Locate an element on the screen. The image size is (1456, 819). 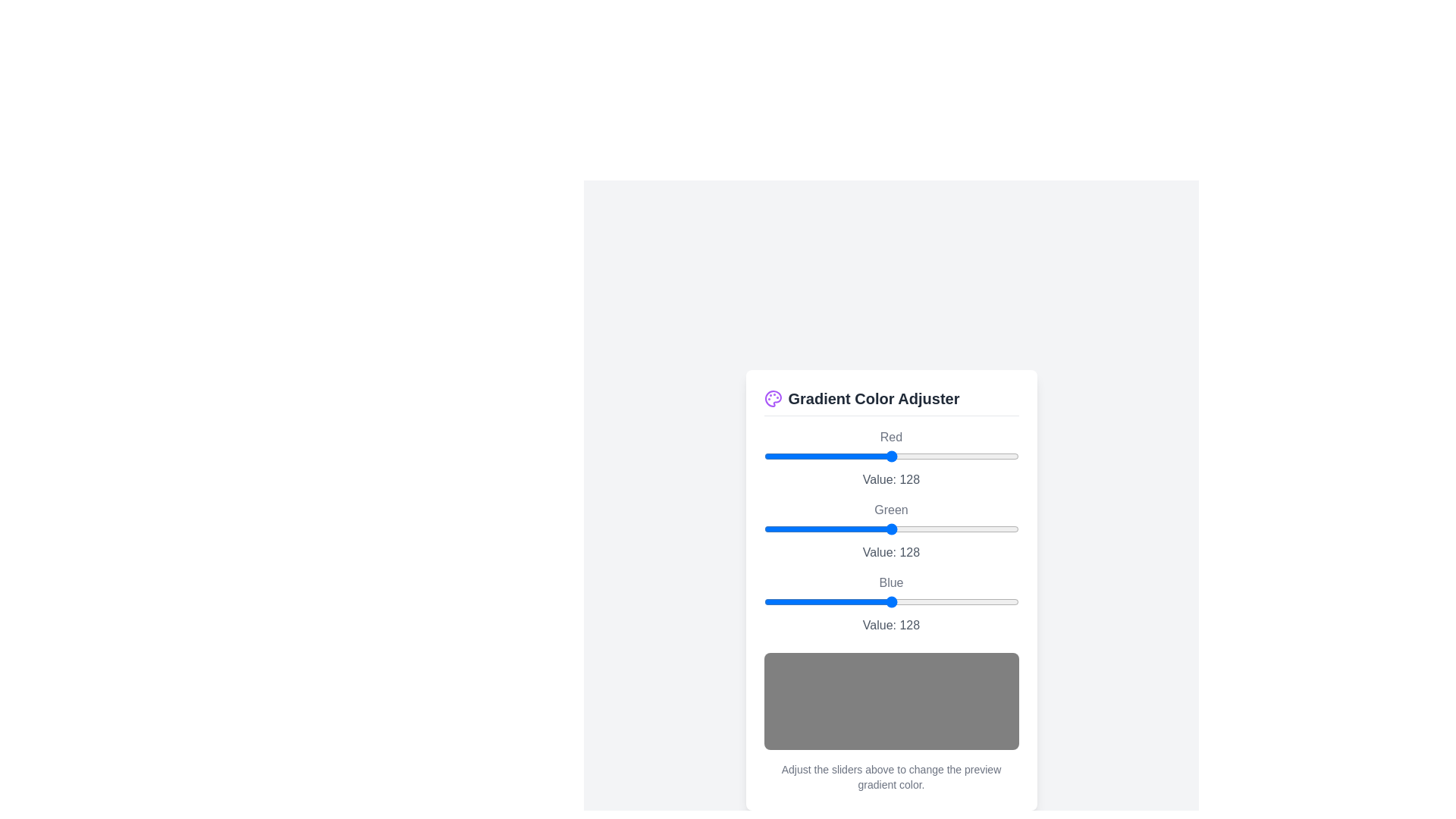
the green slider to 214 is located at coordinates (977, 528).